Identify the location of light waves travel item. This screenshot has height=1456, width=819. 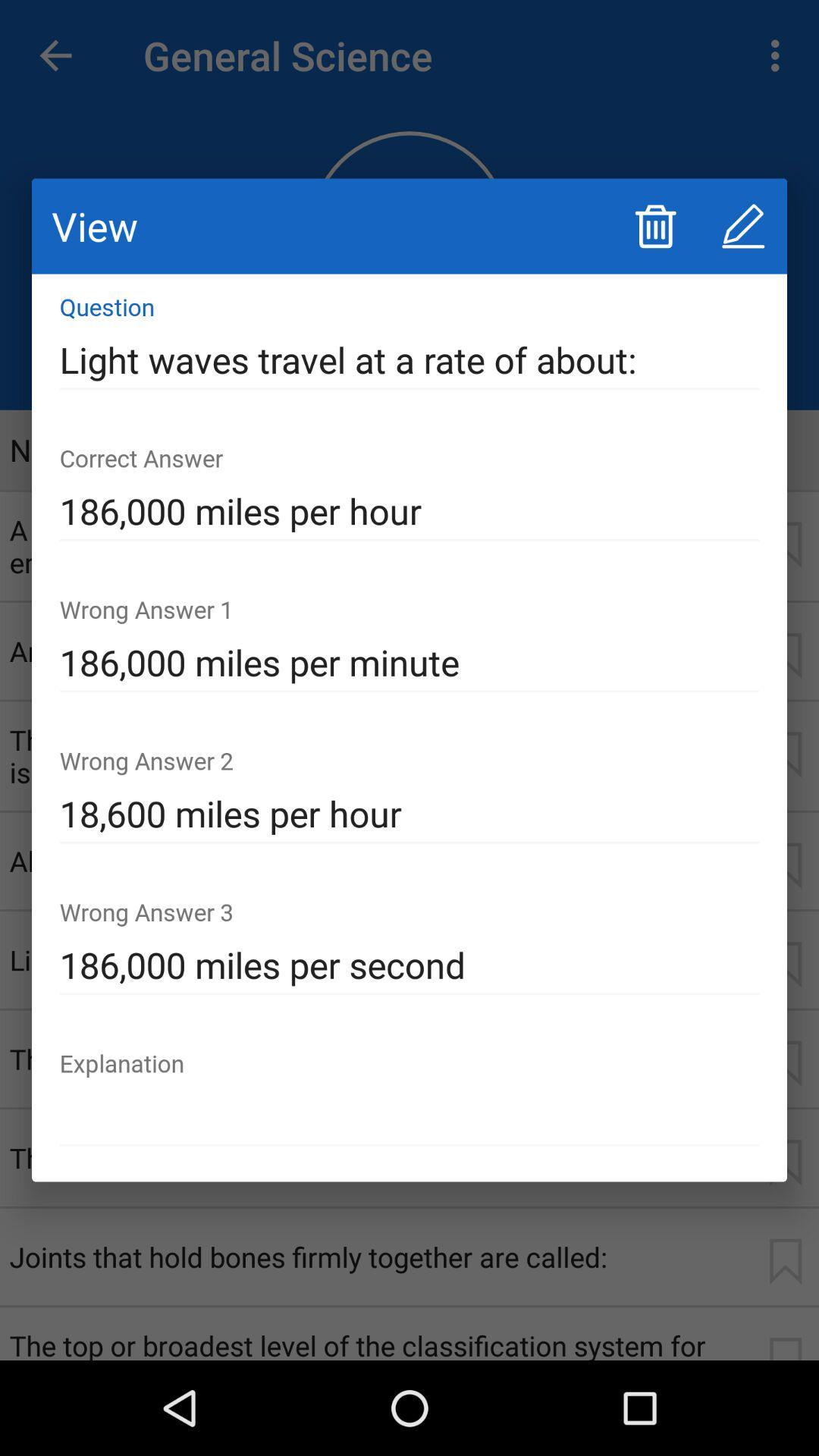
(409, 359).